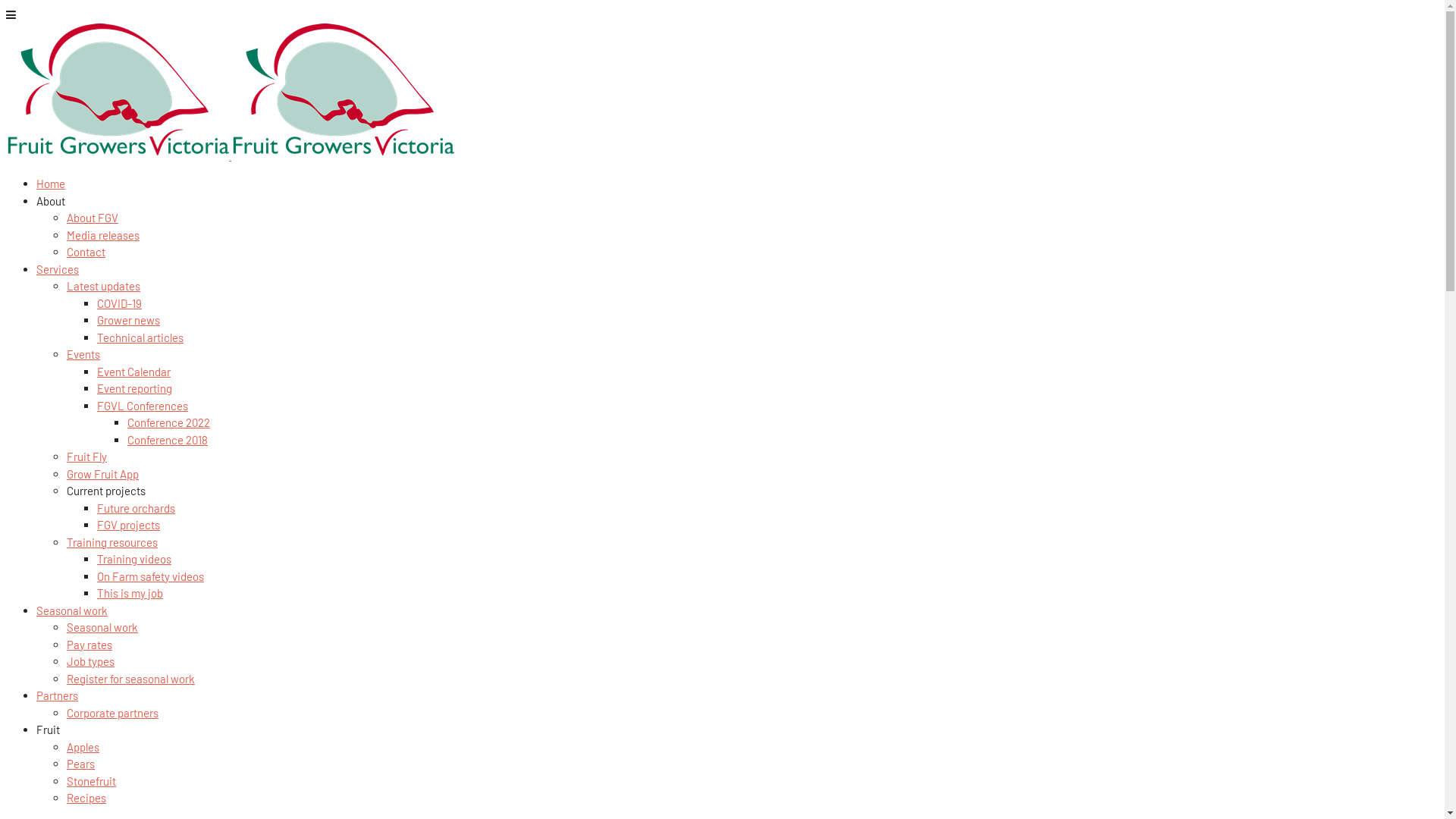 The width and height of the screenshot is (1456, 819). What do you see at coordinates (65, 541) in the screenshot?
I see `'Training resources'` at bounding box center [65, 541].